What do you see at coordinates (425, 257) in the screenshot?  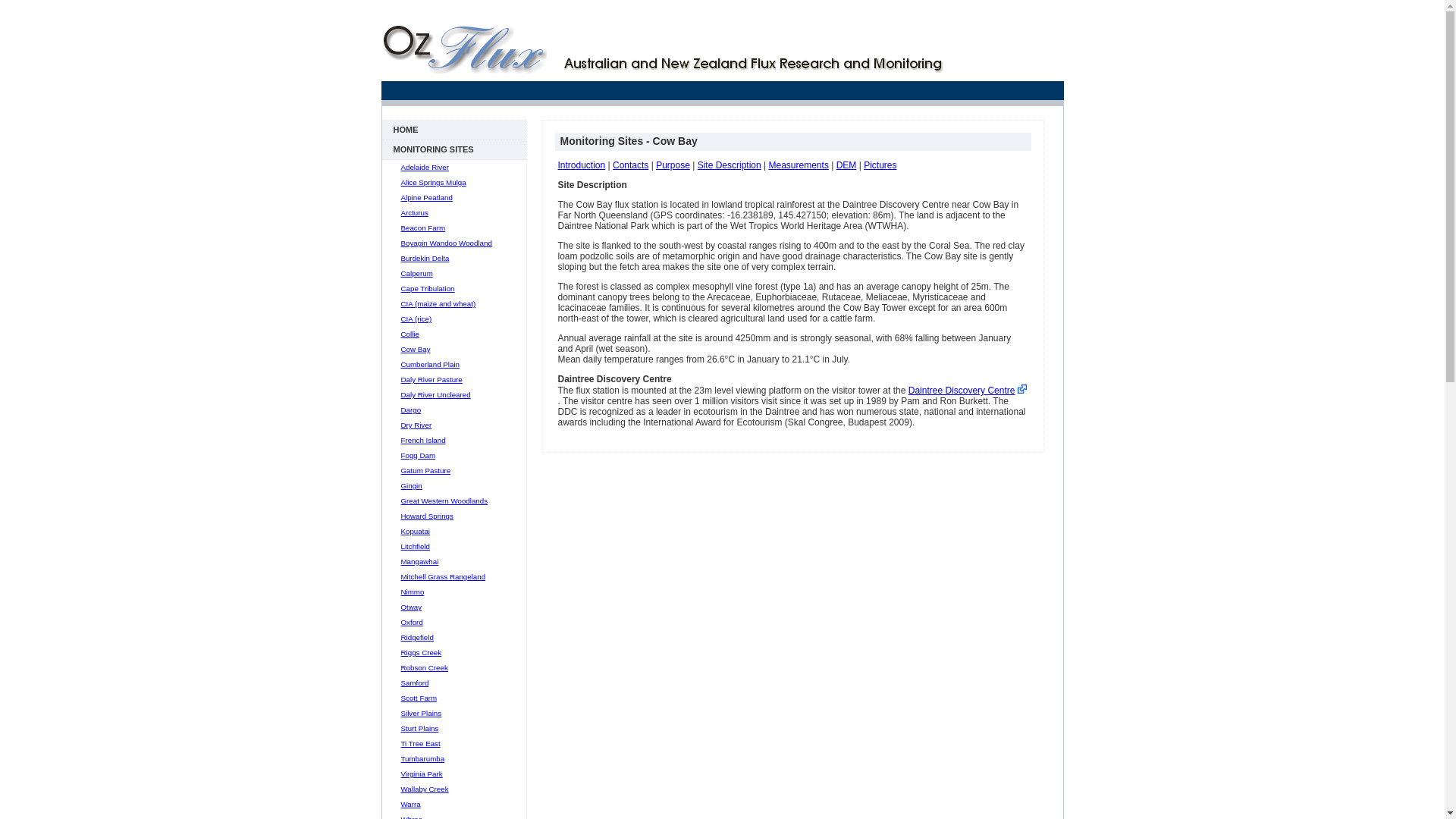 I see `'Burdekin Delta'` at bounding box center [425, 257].